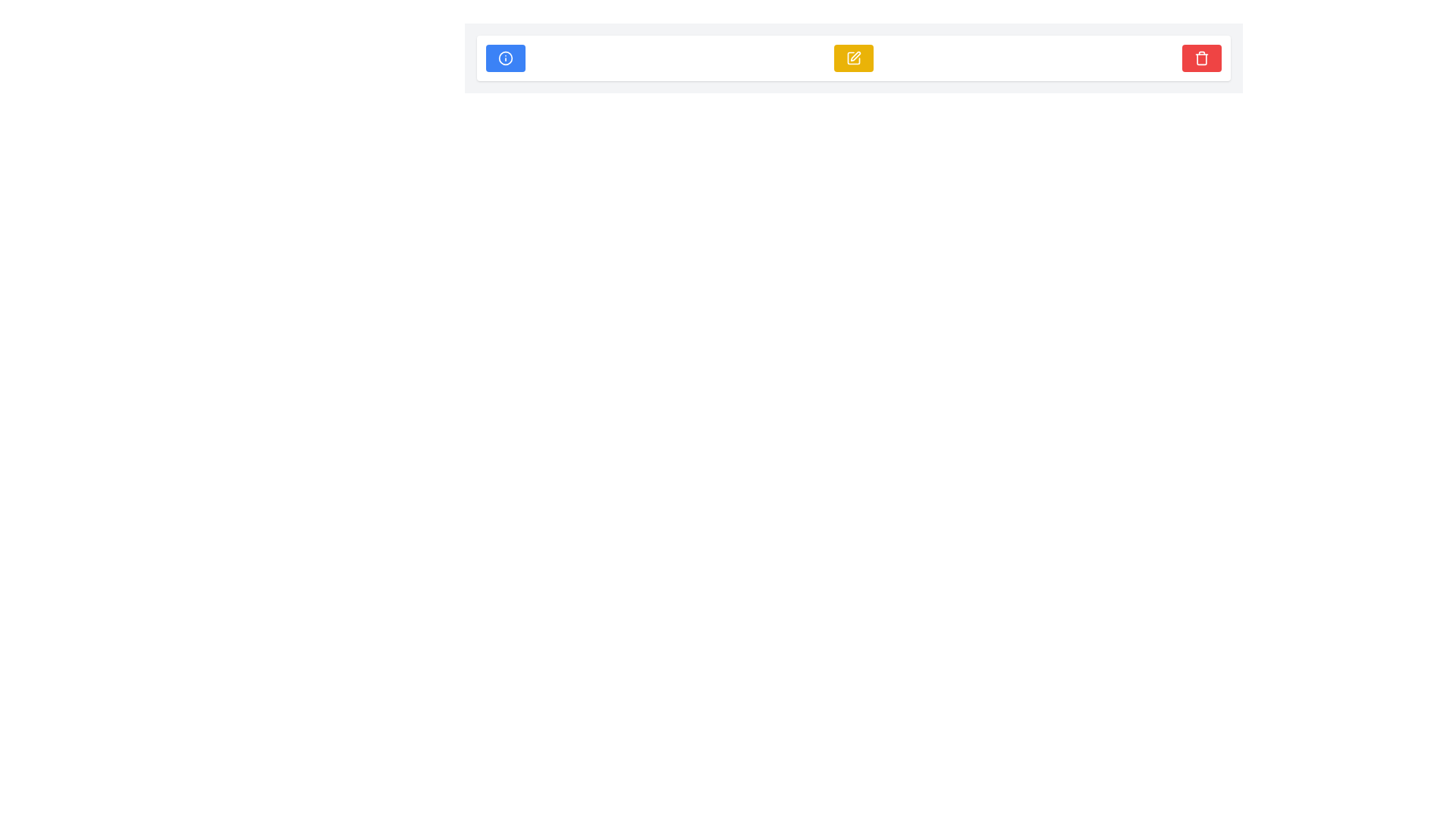 This screenshot has width=1456, height=819. Describe the element at coordinates (1200, 58) in the screenshot. I see `the delete task button located to the right of the 'Edit Task' button` at that location.